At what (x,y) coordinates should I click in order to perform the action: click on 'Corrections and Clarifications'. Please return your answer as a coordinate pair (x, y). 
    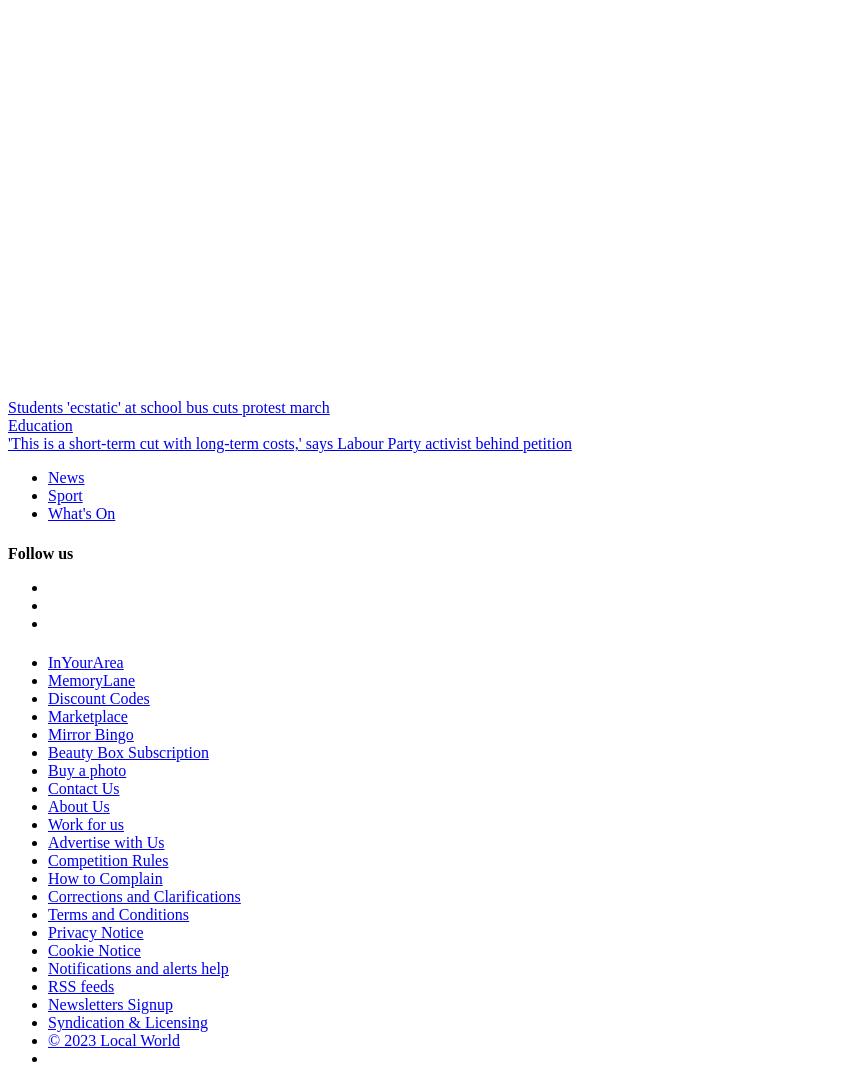
    Looking at the image, I should click on (142, 896).